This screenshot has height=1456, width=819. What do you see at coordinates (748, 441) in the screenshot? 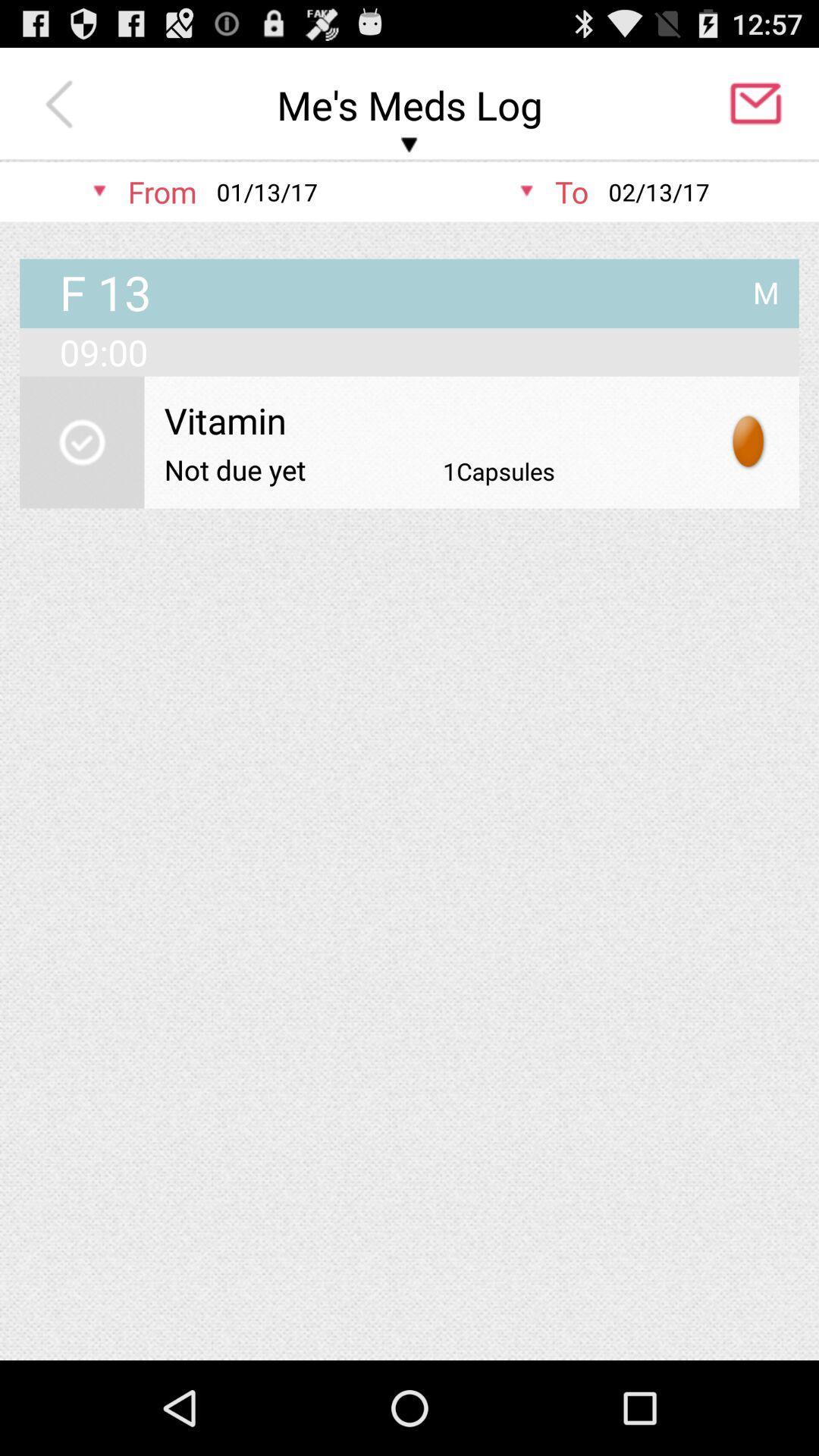
I see `item below 09:00 app` at bounding box center [748, 441].